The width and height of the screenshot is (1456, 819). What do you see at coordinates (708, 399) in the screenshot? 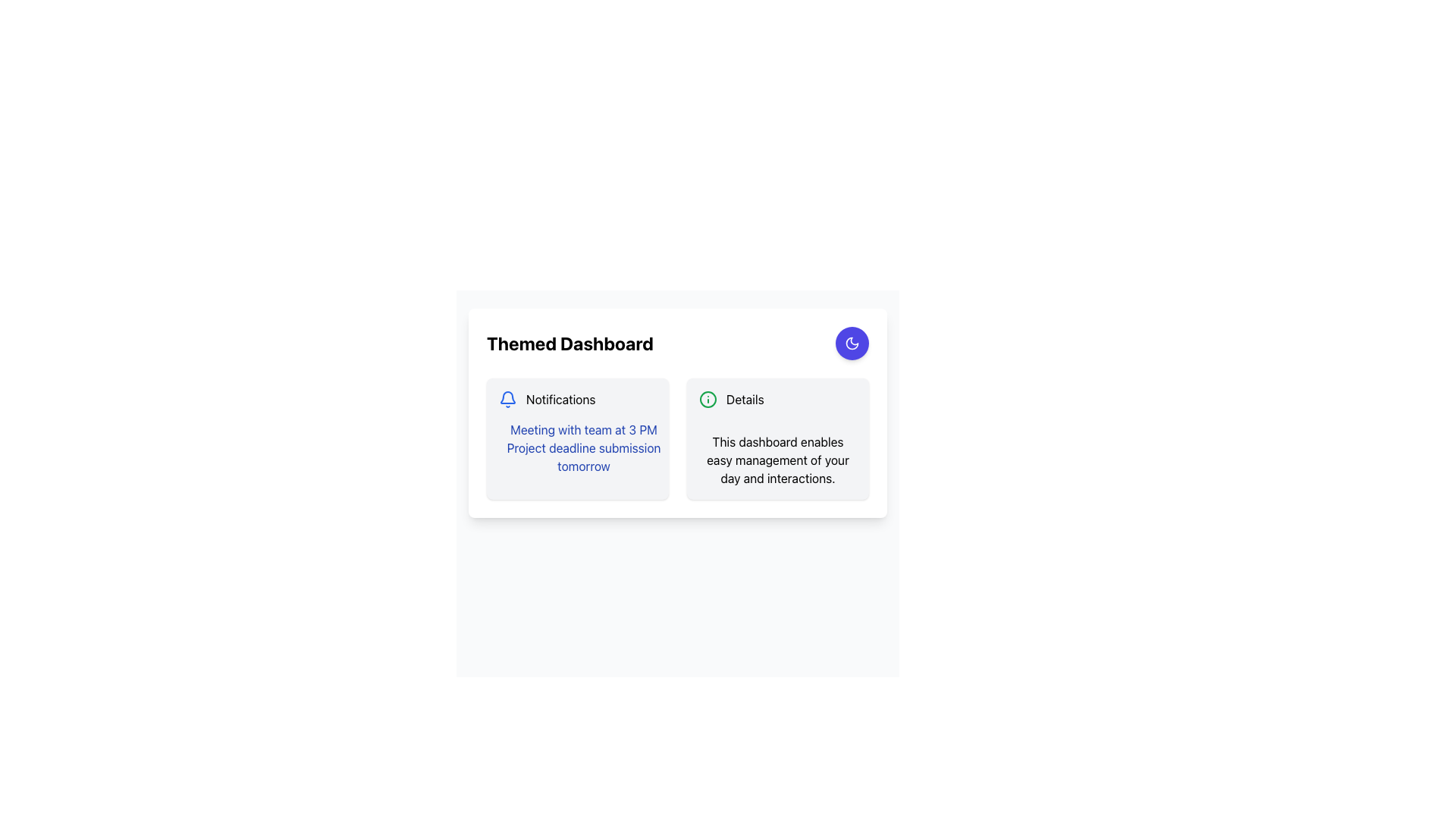
I see `the icon associated with the 'Details' section, which is visually aligned to the left of the 'Details' text in the right-side box of the layout` at bounding box center [708, 399].